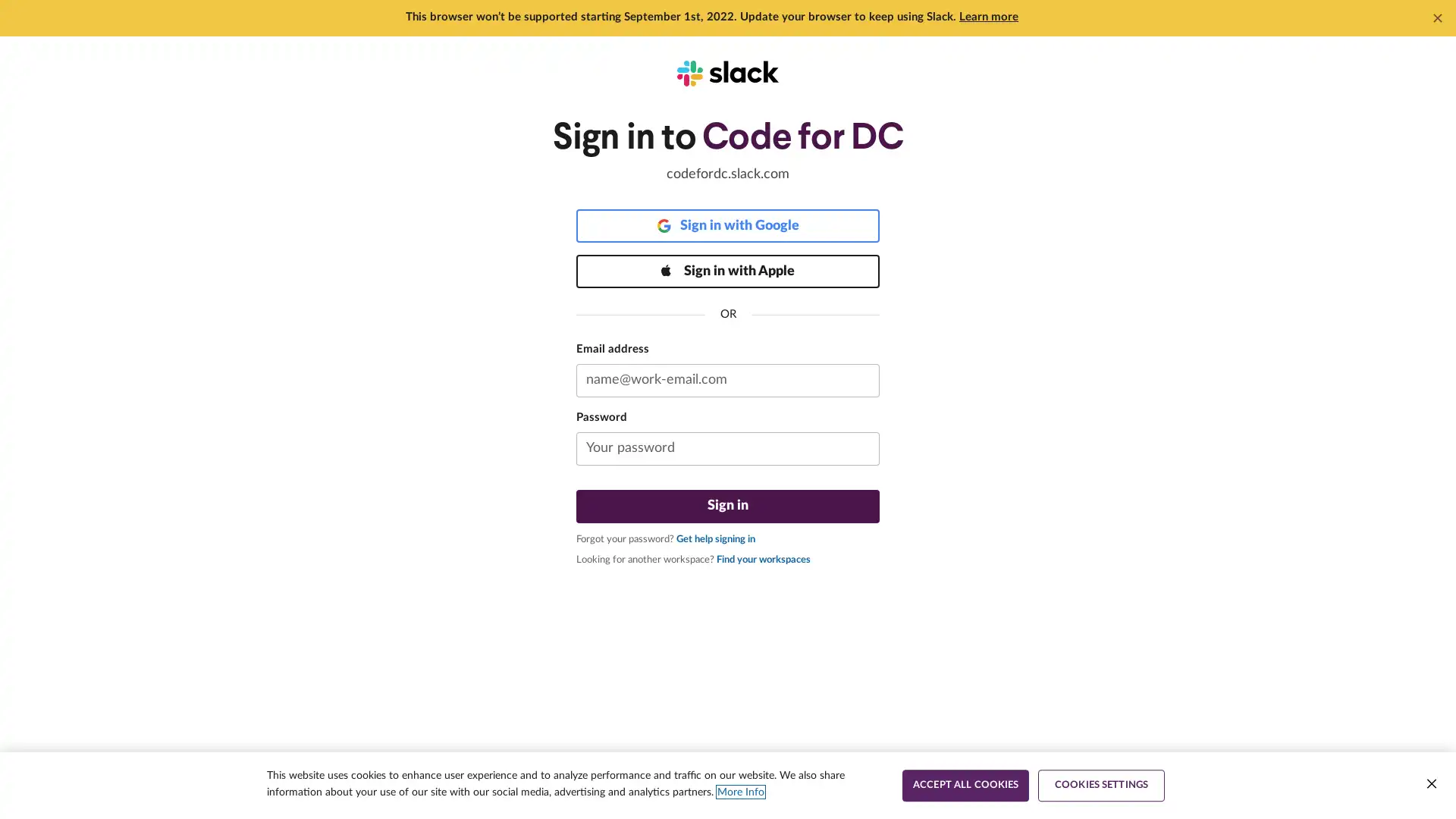 Image resolution: width=1456 pixels, height=819 pixels. Describe the element at coordinates (1430, 783) in the screenshot. I see `Close` at that location.